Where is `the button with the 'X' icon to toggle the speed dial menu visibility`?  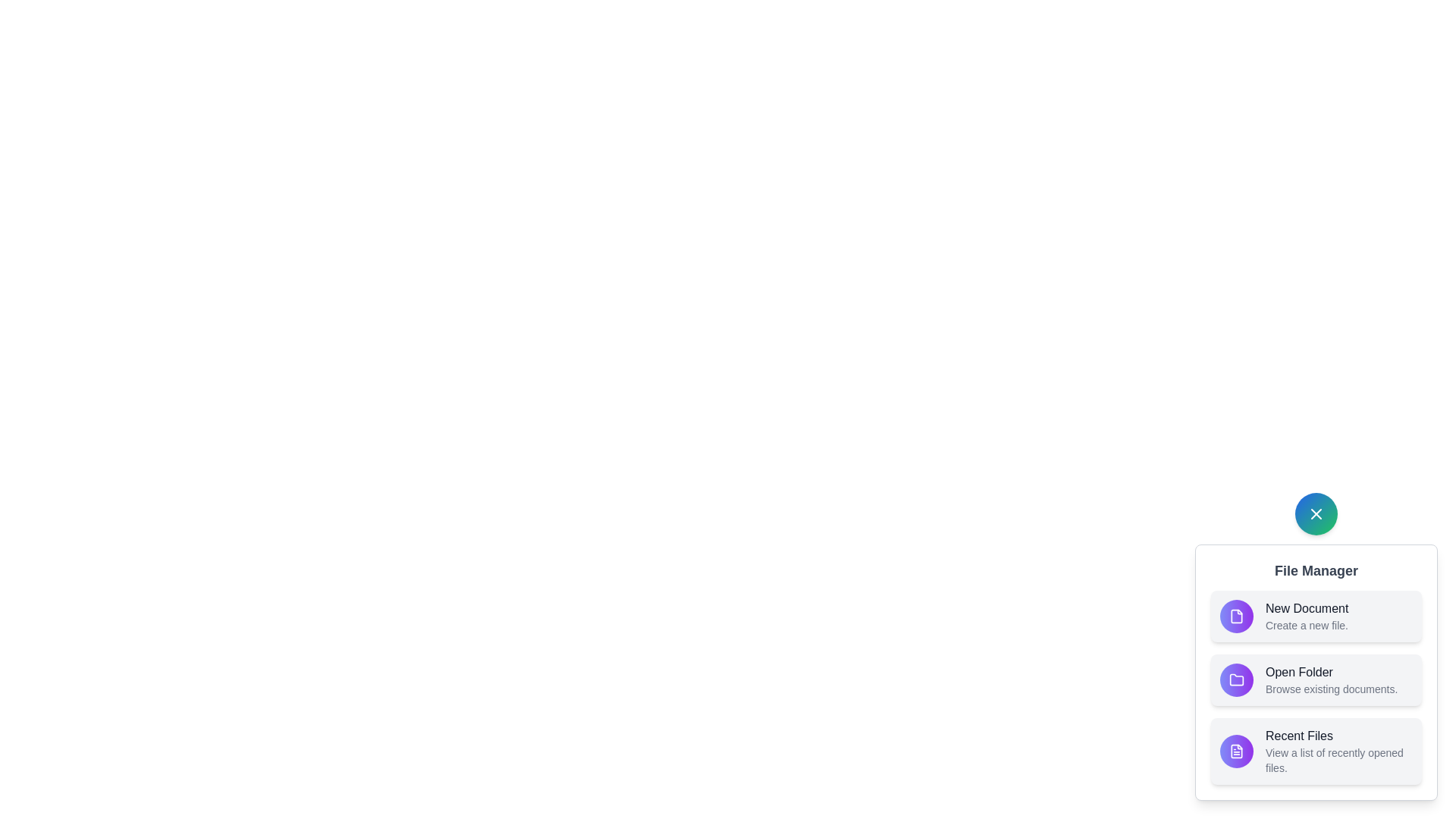 the button with the 'X' icon to toggle the speed dial menu visibility is located at coordinates (1316, 513).